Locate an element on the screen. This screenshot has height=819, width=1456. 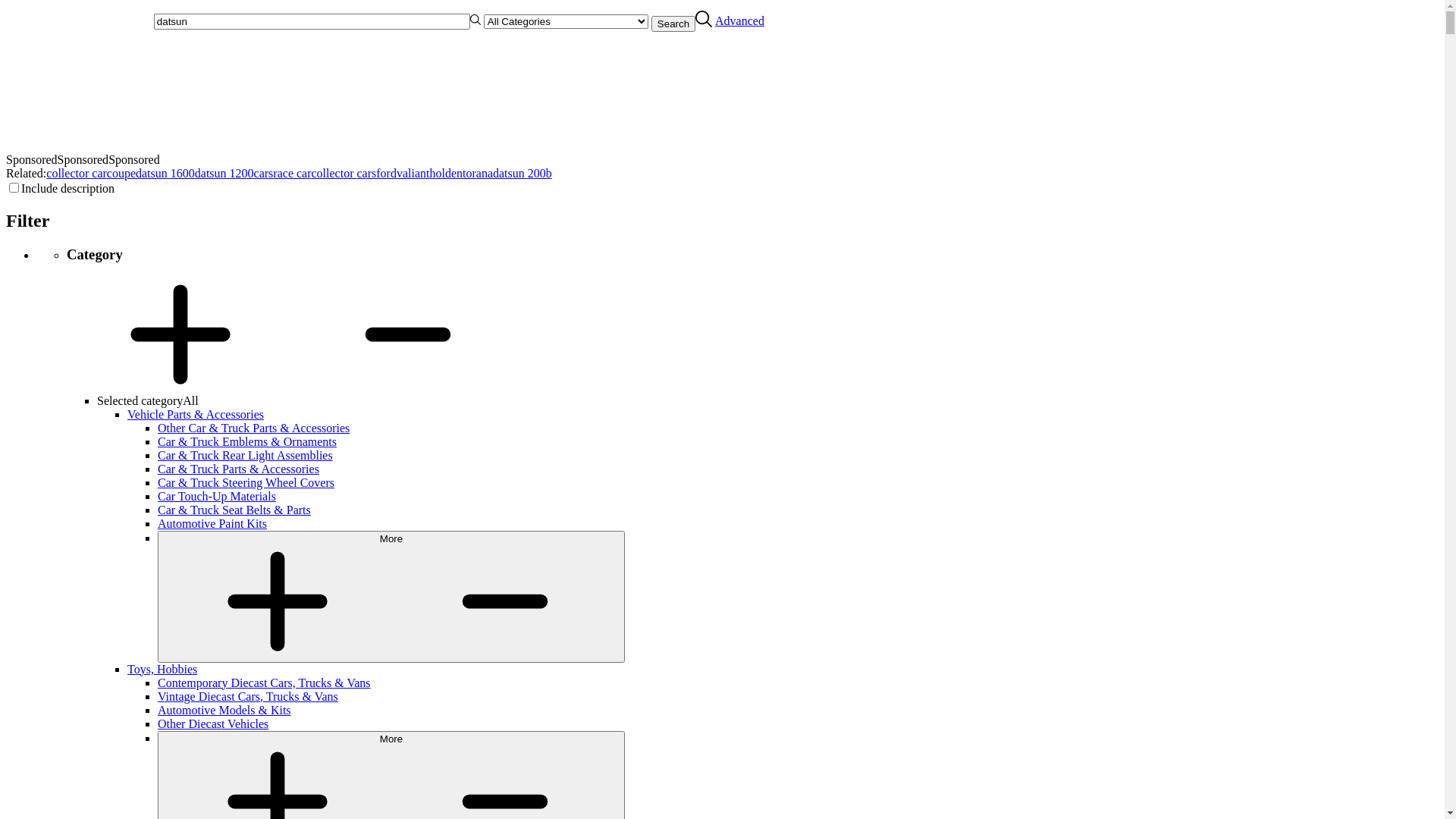
'Other Car & Truck Parts & Accessories' is located at coordinates (253, 428).